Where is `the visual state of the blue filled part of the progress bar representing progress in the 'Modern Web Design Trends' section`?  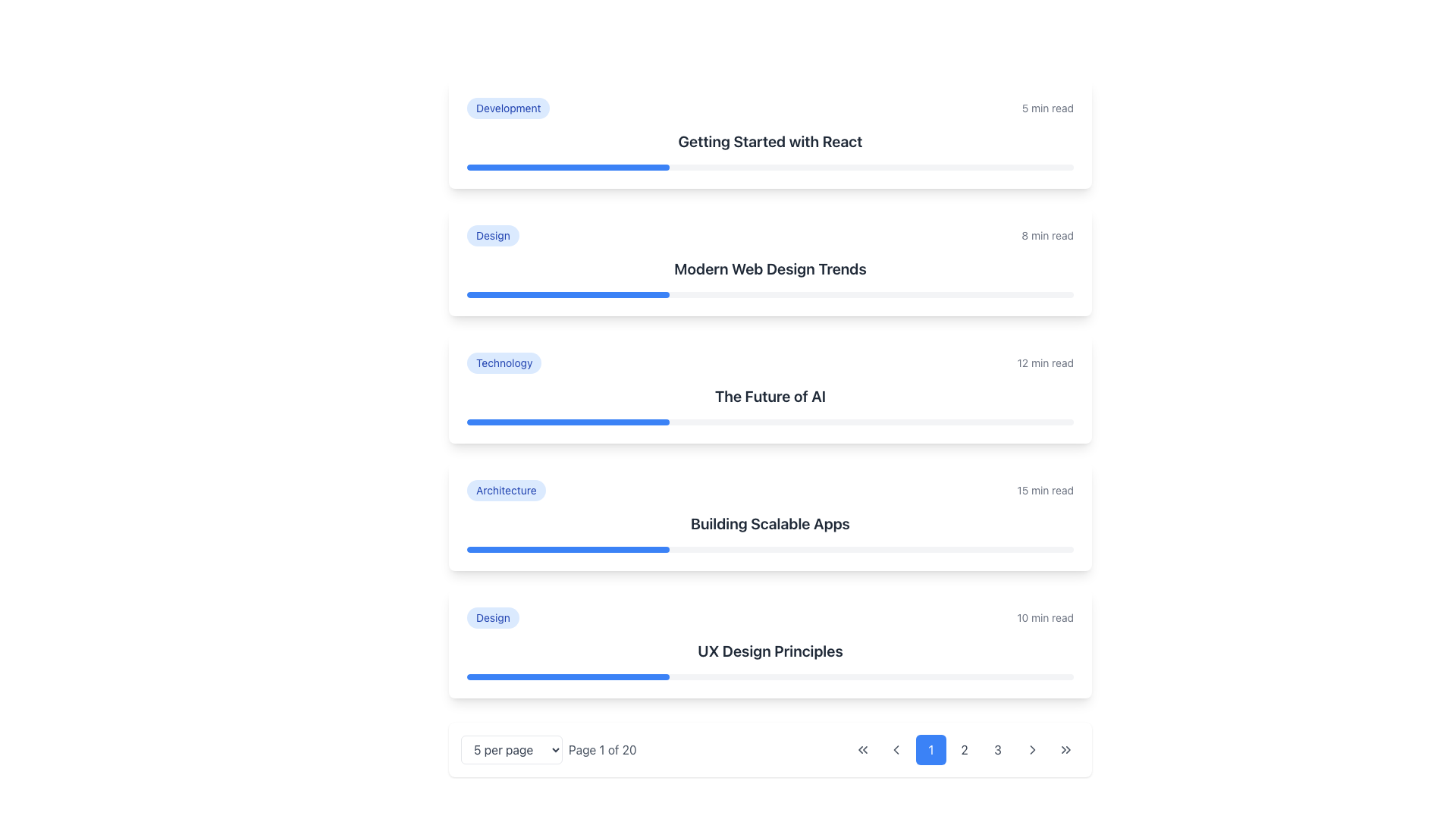 the visual state of the blue filled part of the progress bar representing progress in the 'Modern Web Design Trends' section is located at coordinates (567, 295).